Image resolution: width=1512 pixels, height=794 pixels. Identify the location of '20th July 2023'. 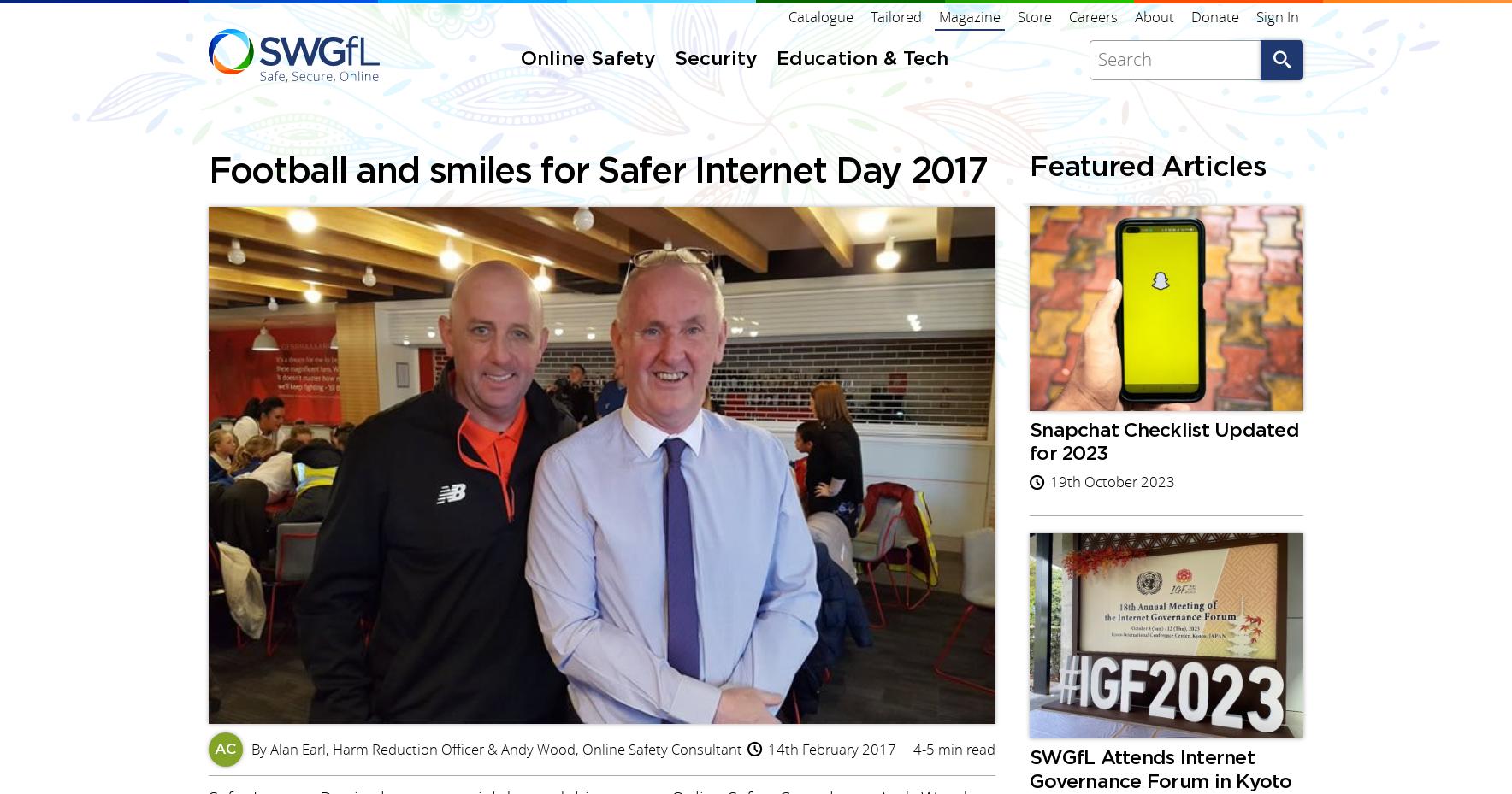
(1097, 214).